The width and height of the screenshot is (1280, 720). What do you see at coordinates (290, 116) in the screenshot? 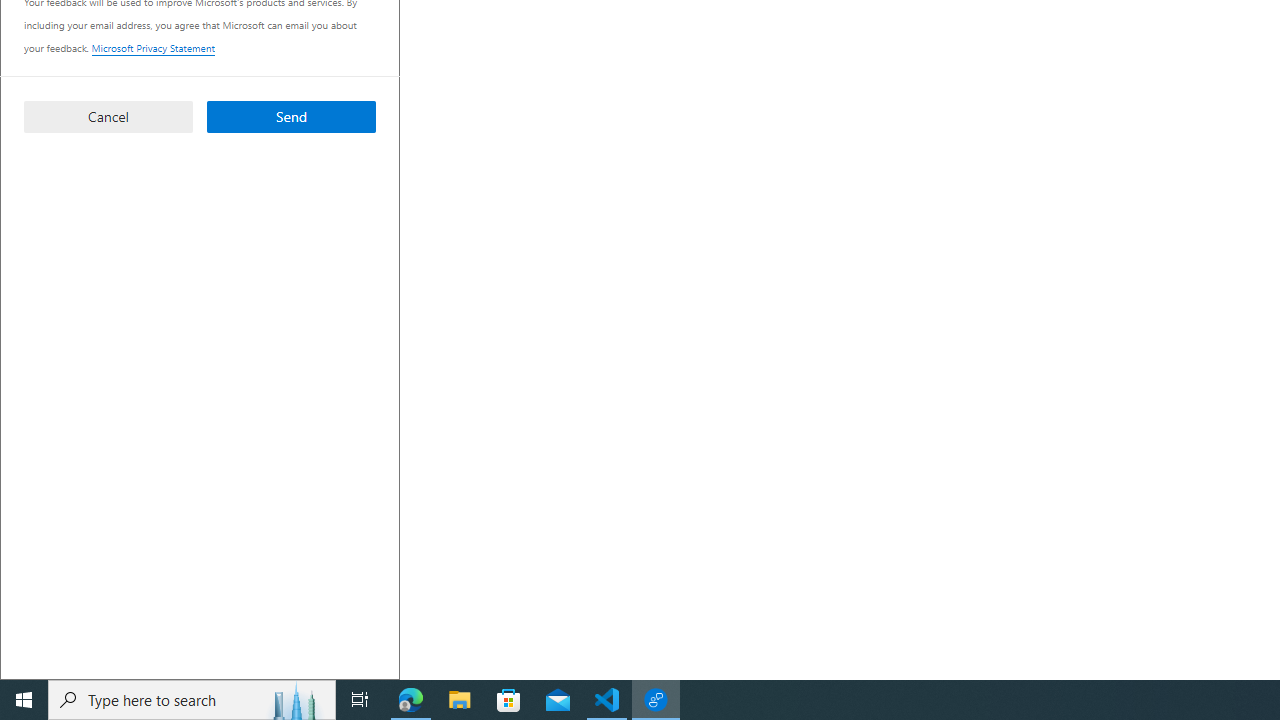
I see `'Send'` at bounding box center [290, 116].